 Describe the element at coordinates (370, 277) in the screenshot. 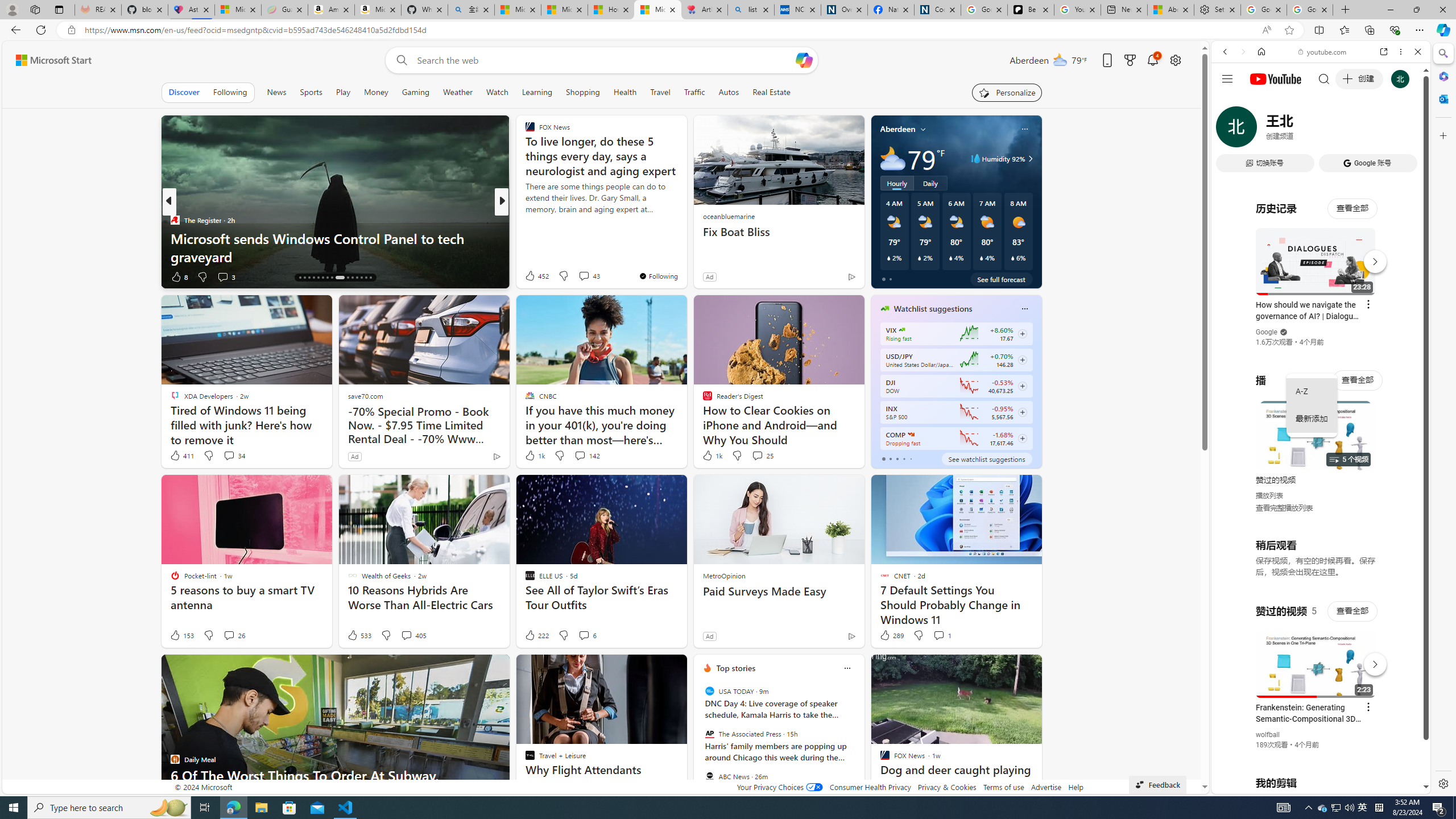

I see `'AutomationID: tab-30'` at that location.